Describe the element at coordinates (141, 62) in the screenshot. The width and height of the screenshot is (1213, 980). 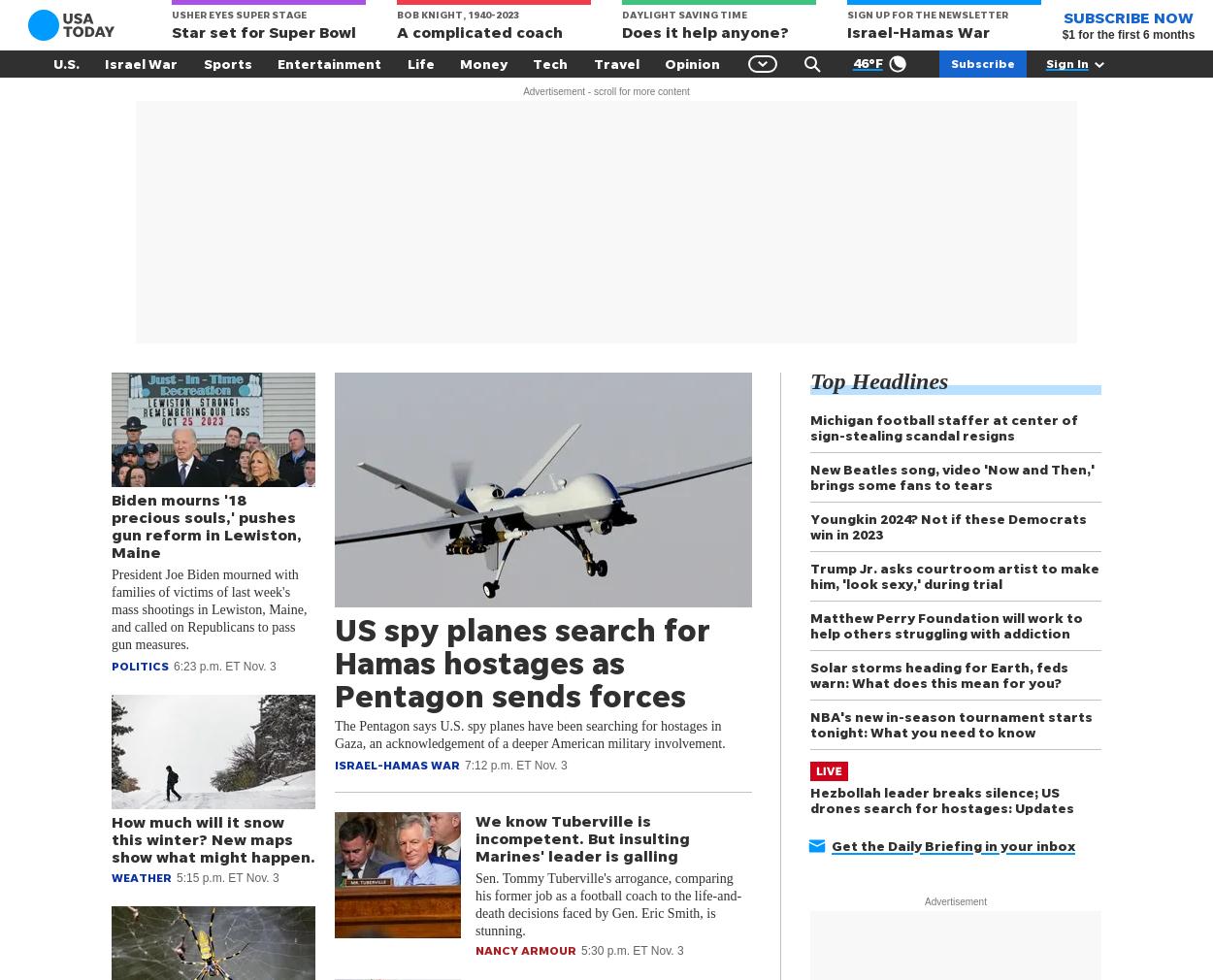
I see `'Israel War'` at that location.